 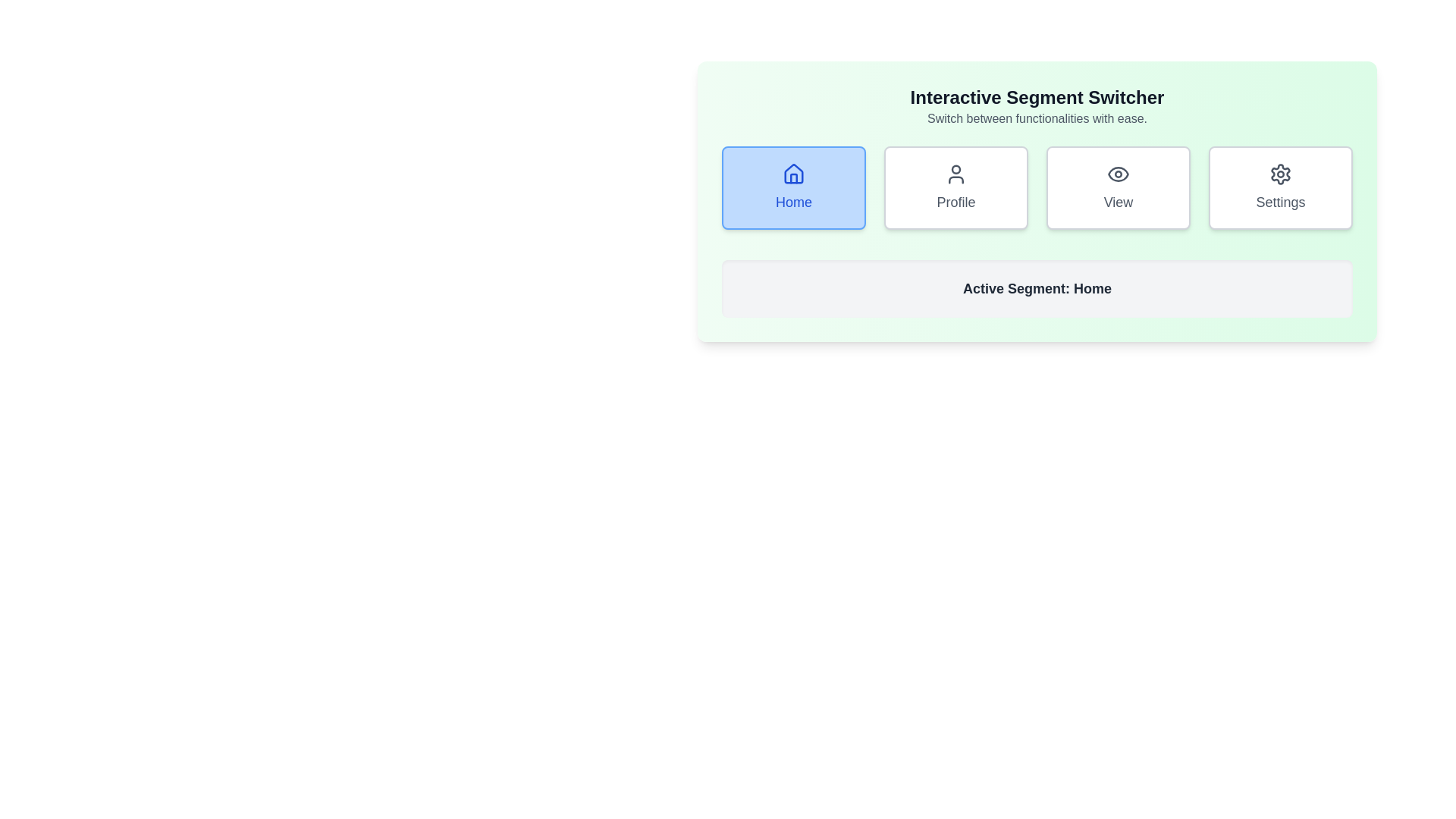 I want to click on the 'Home' button, so click(x=792, y=187).